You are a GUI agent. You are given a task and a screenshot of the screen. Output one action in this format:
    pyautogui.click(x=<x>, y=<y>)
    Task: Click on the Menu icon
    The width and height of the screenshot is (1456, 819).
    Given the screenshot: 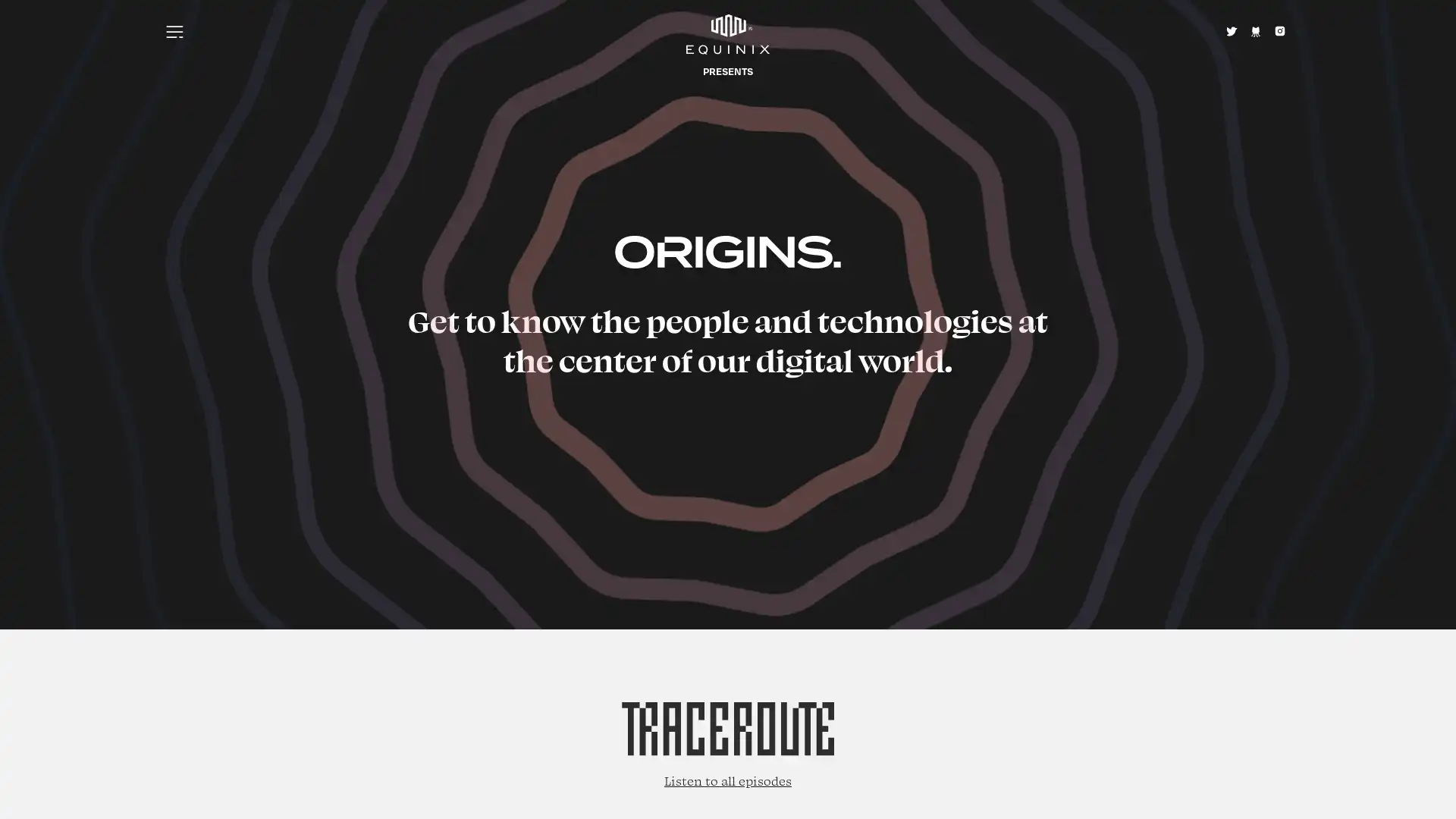 What is the action you would take?
    pyautogui.click(x=174, y=32)
    